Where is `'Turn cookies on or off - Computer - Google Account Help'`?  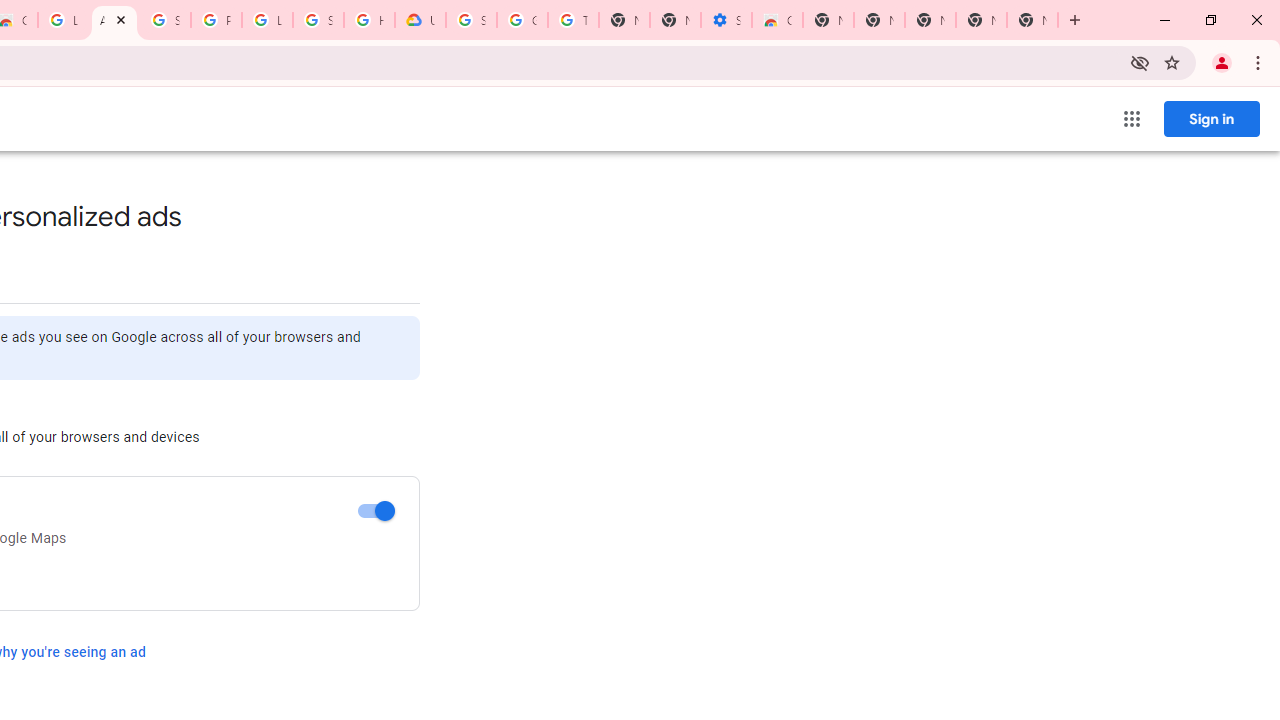
'Turn cookies on or off - Computer - Google Account Help' is located at coordinates (572, 20).